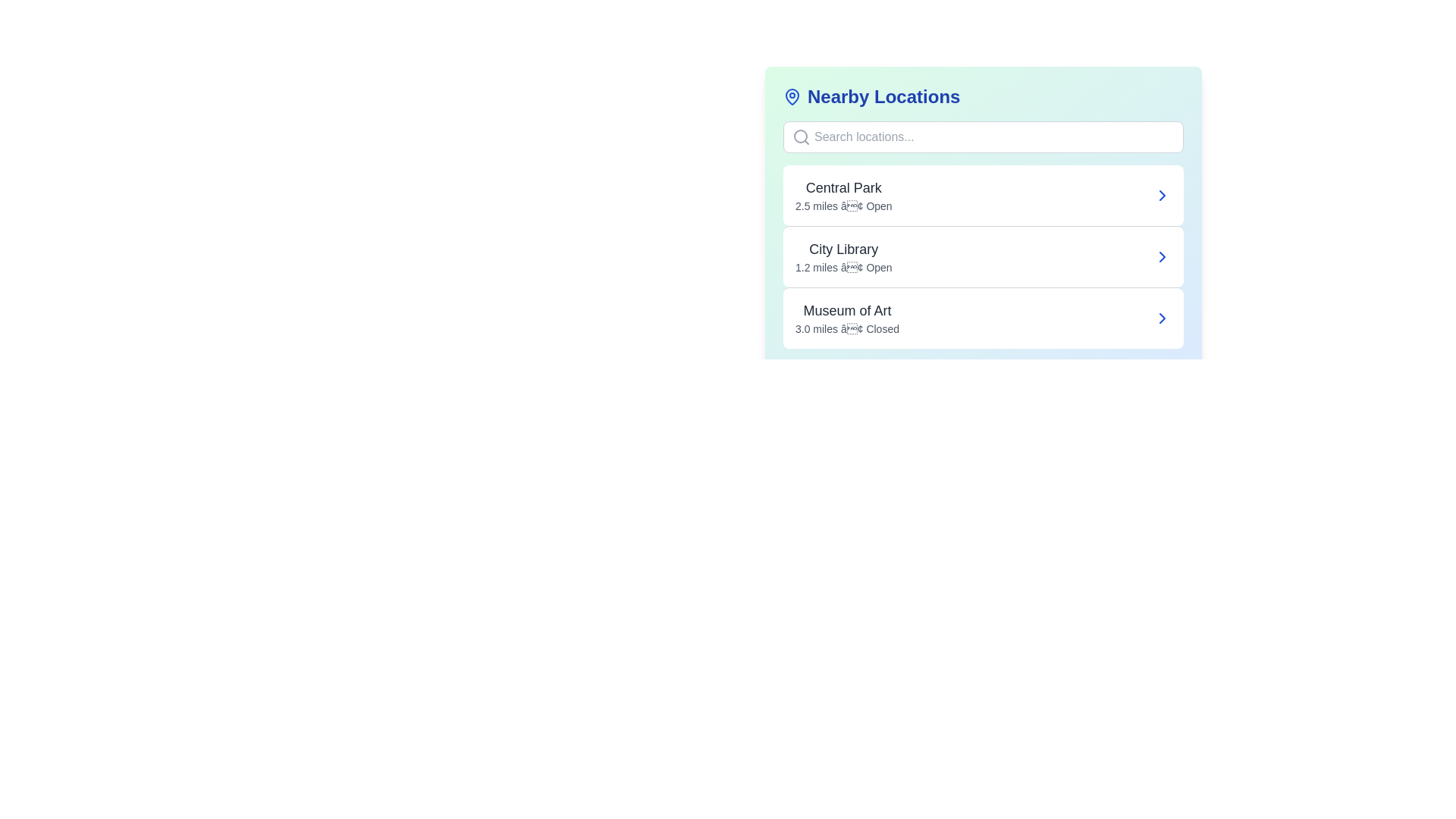  Describe the element at coordinates (1161, 318) in the screenshot. I see `the right-facing chevron icon located at the far-right end of the 'Museum of Art' list entry in the 'Nearby Locations' list` at that location.